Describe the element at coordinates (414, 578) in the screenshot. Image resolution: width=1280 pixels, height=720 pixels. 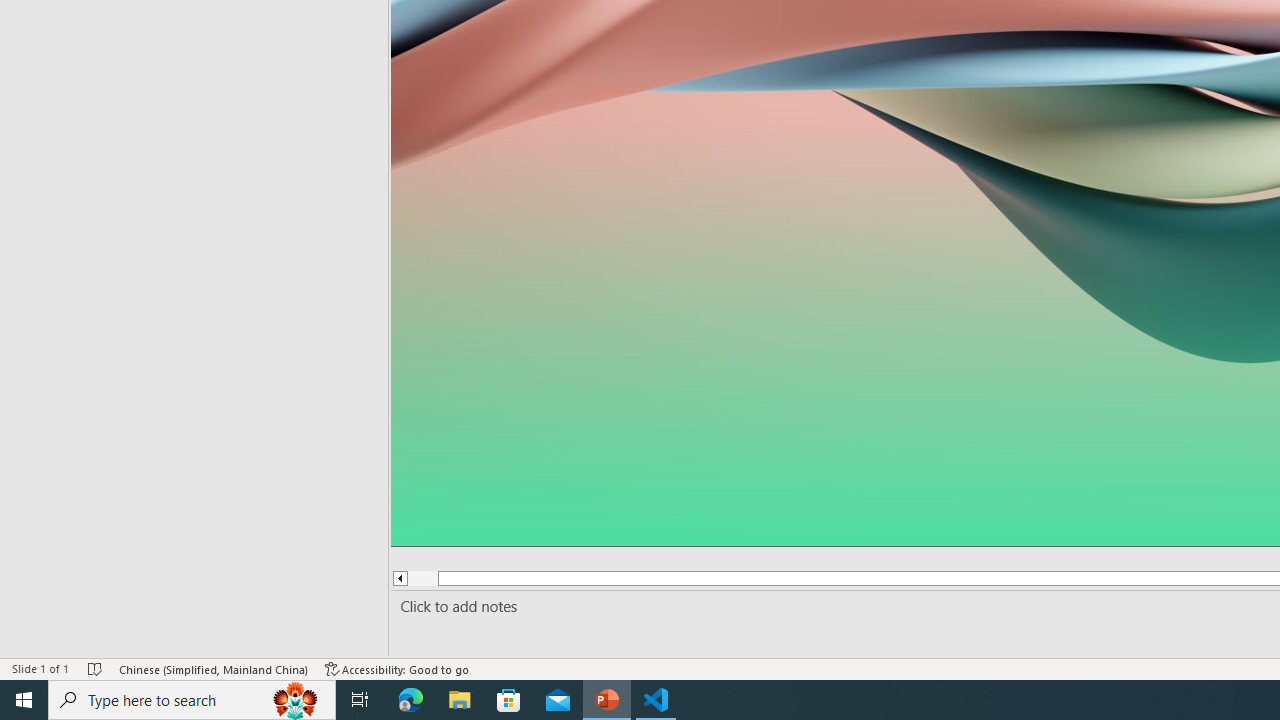
I see `'Page up'` at that location.